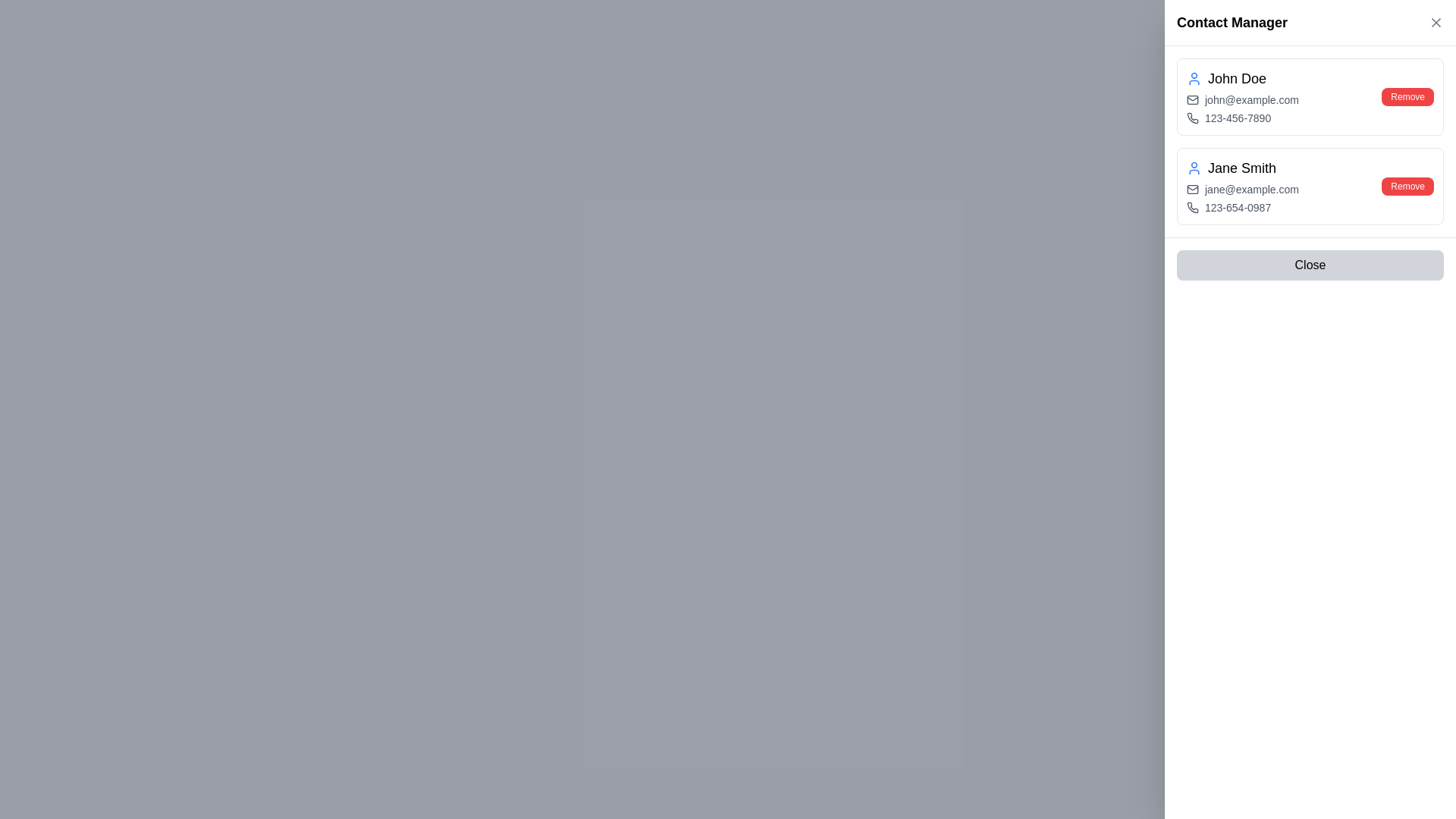 The image size is (1456, 819). I want to click on the text label 'John Doe' with a blue user icon located at the top of the first contact card in the 'Contact Manager' panel, so click(1242, 79).